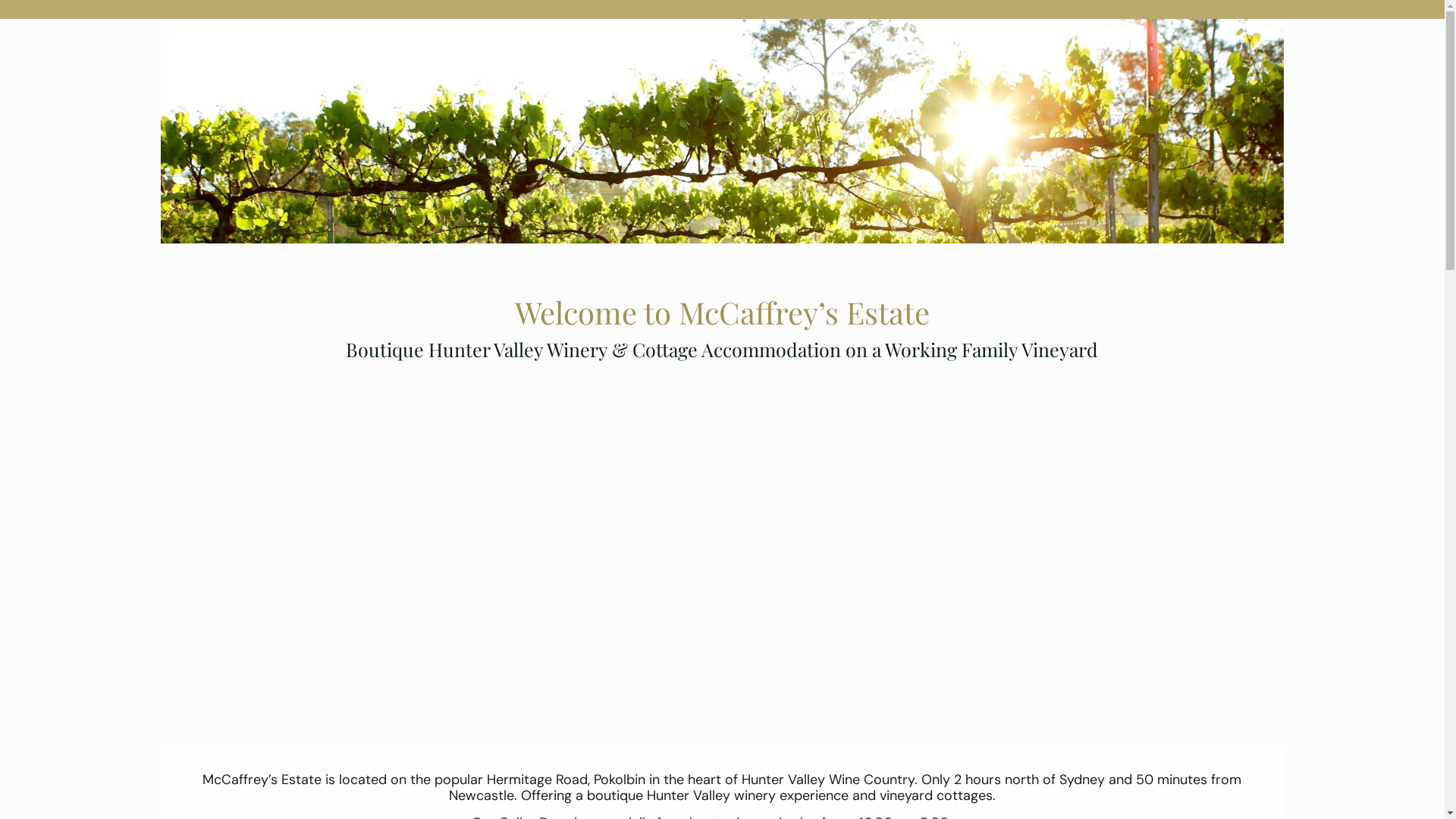 The image size is (1456, 819). Describe the element at coordinates (720, 536) in the screenshot. I see `'YouTube video player'` at that location.